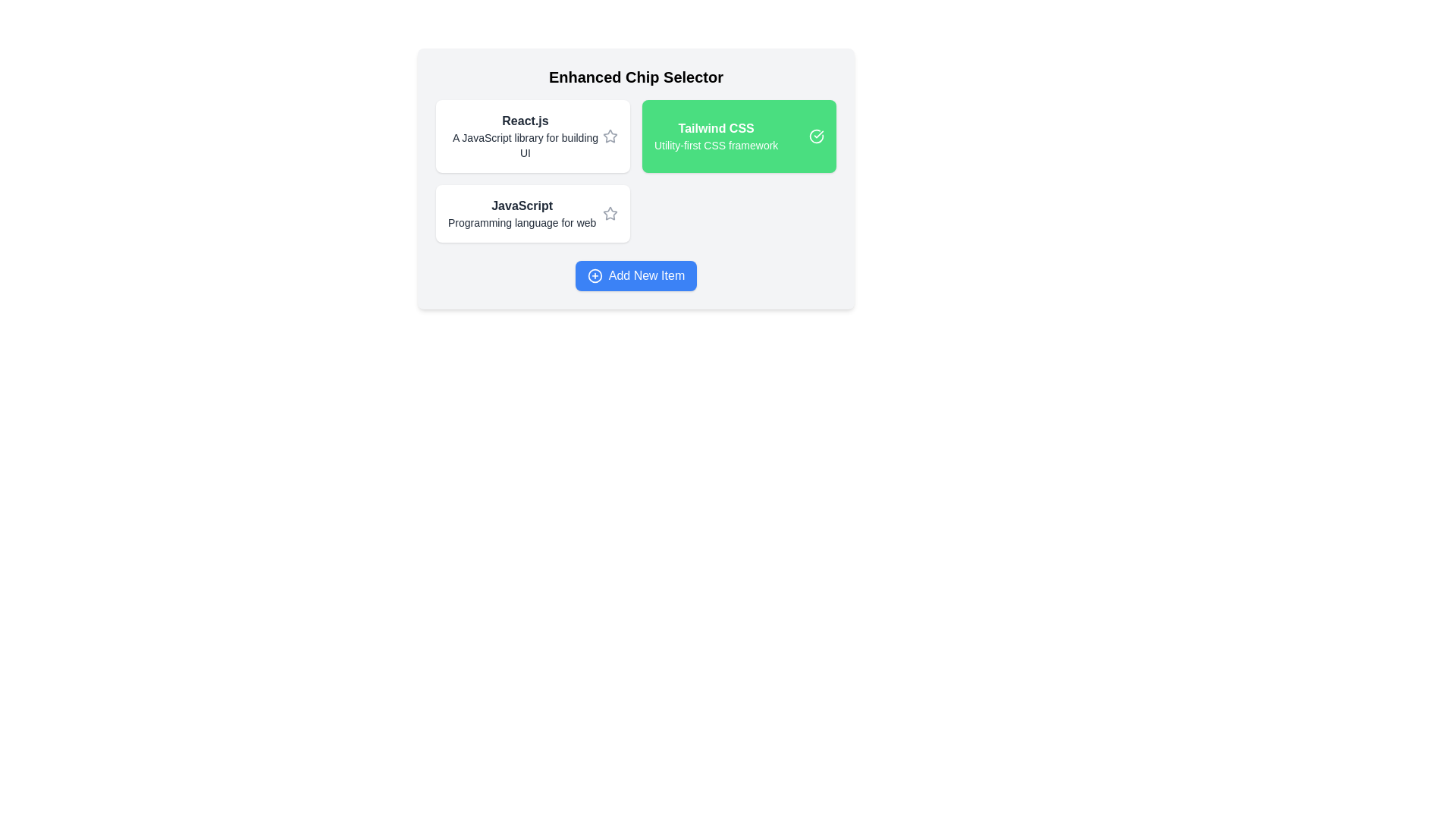 The width and height of the screenshot is (1456, 819). I want to click on the circular checkmark icon with a green background located at the top-right of the 'Tailwind CSS Utility-first CSS framework' button, so click(815, 136).